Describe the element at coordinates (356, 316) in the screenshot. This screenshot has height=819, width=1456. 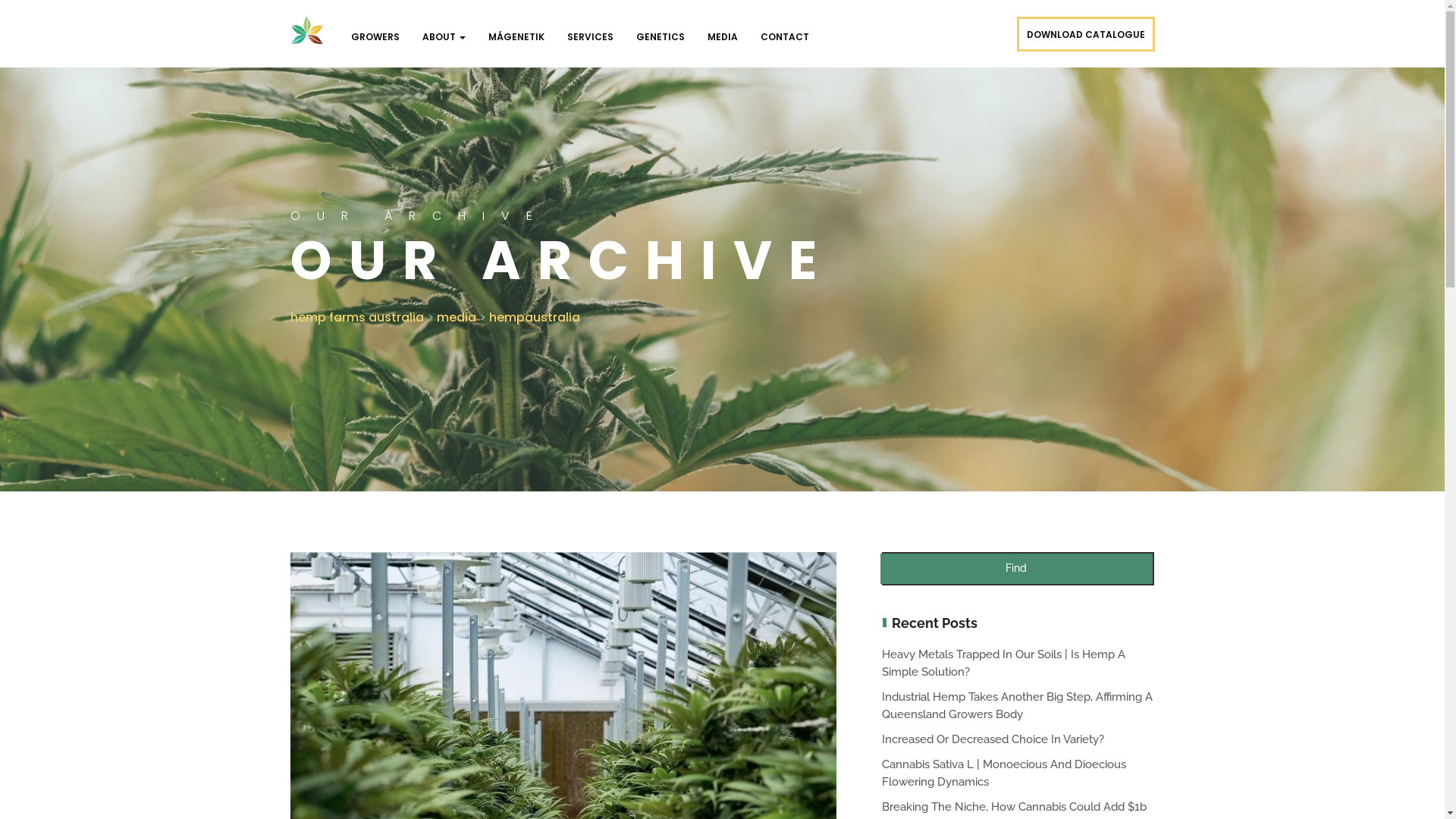
I see `'hemp farms australia'` at that location.